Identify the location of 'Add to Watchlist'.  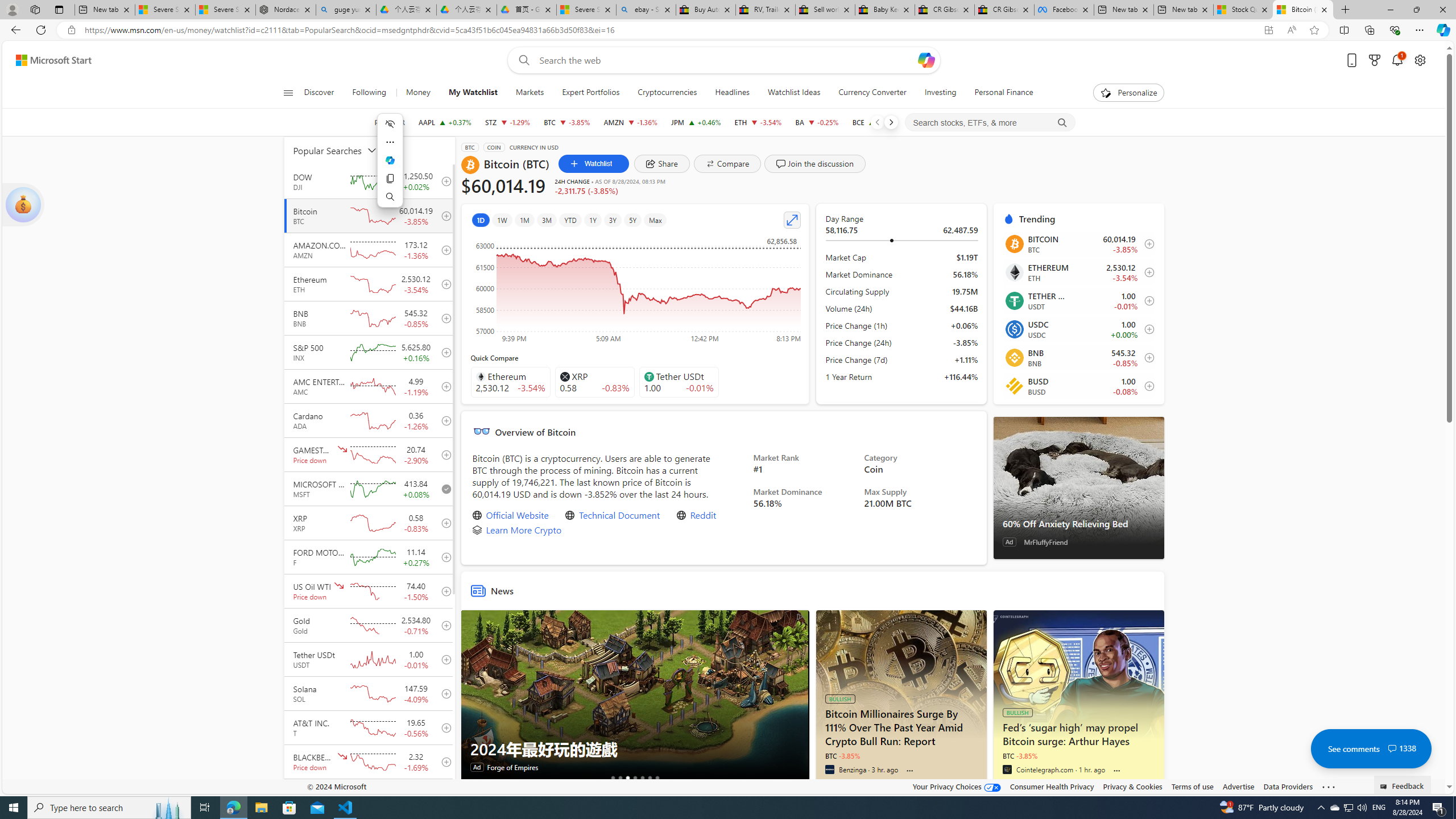
(1145, 385).